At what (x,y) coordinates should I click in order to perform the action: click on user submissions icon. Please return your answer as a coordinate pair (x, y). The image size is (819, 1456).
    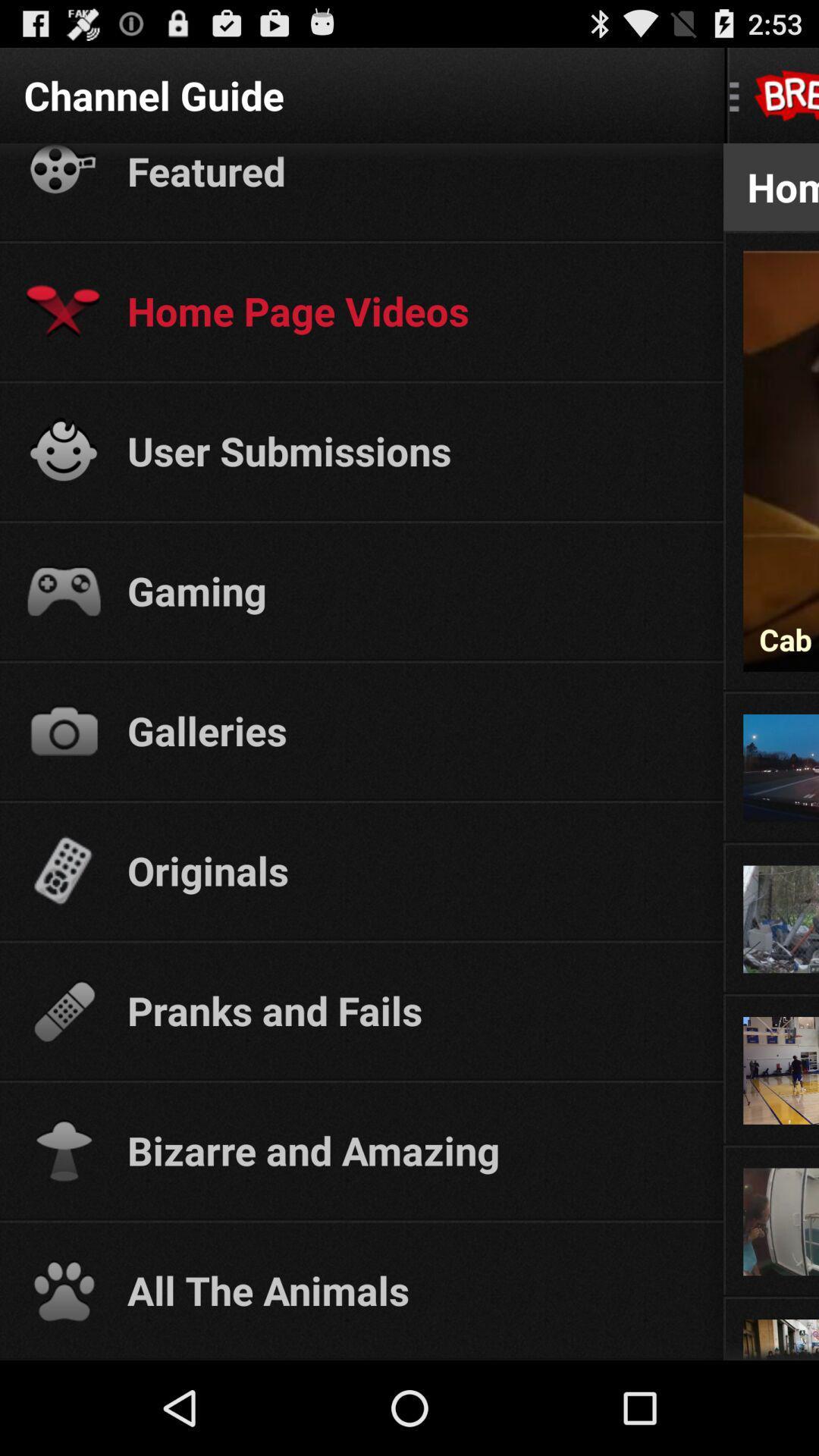
    Looking at the image, I should click on (411, 450).